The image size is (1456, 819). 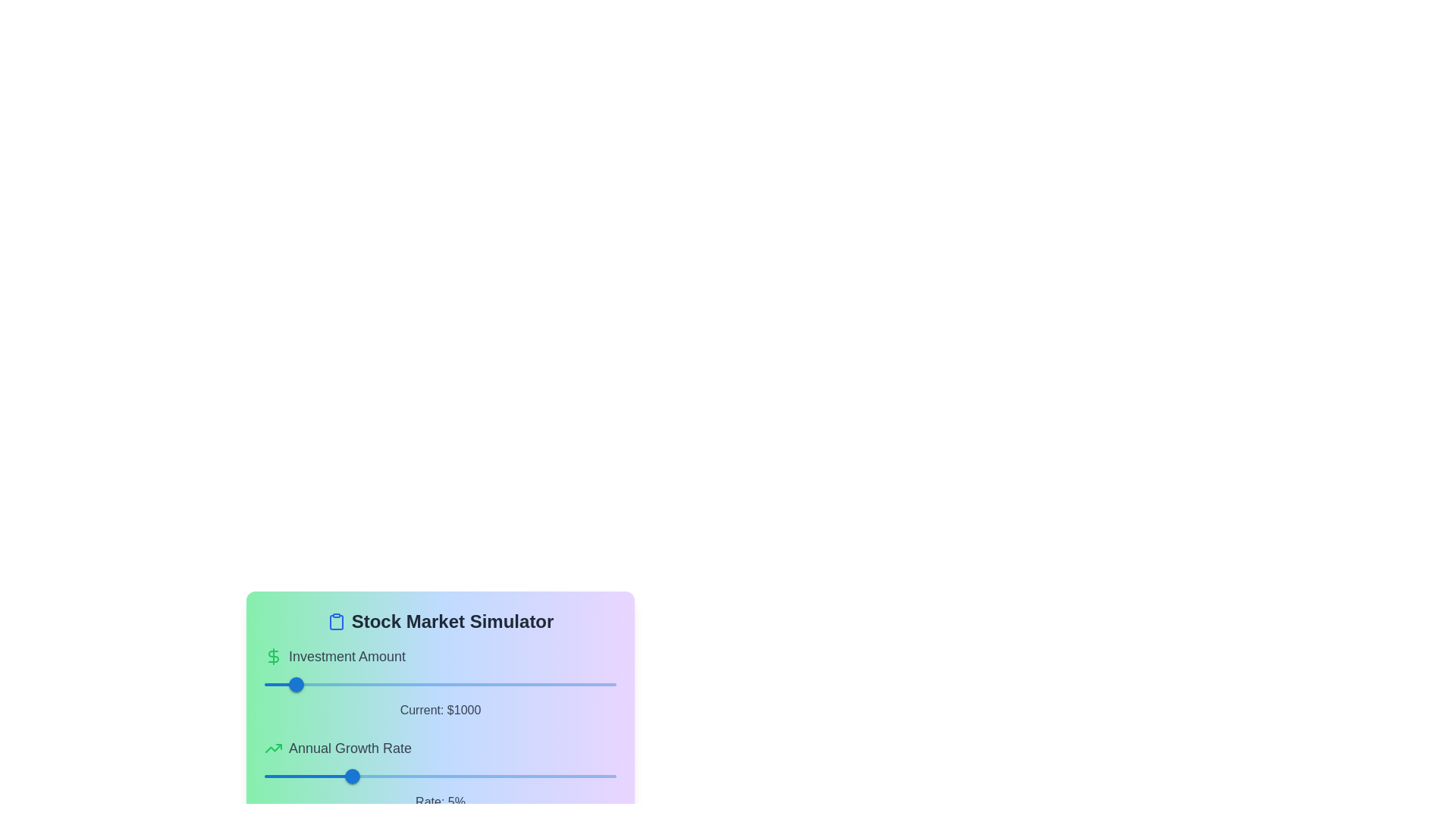 I want to click on the dollar sign icon located in the header preceding the text 'Investment Amount', so click(x=273, y=656).